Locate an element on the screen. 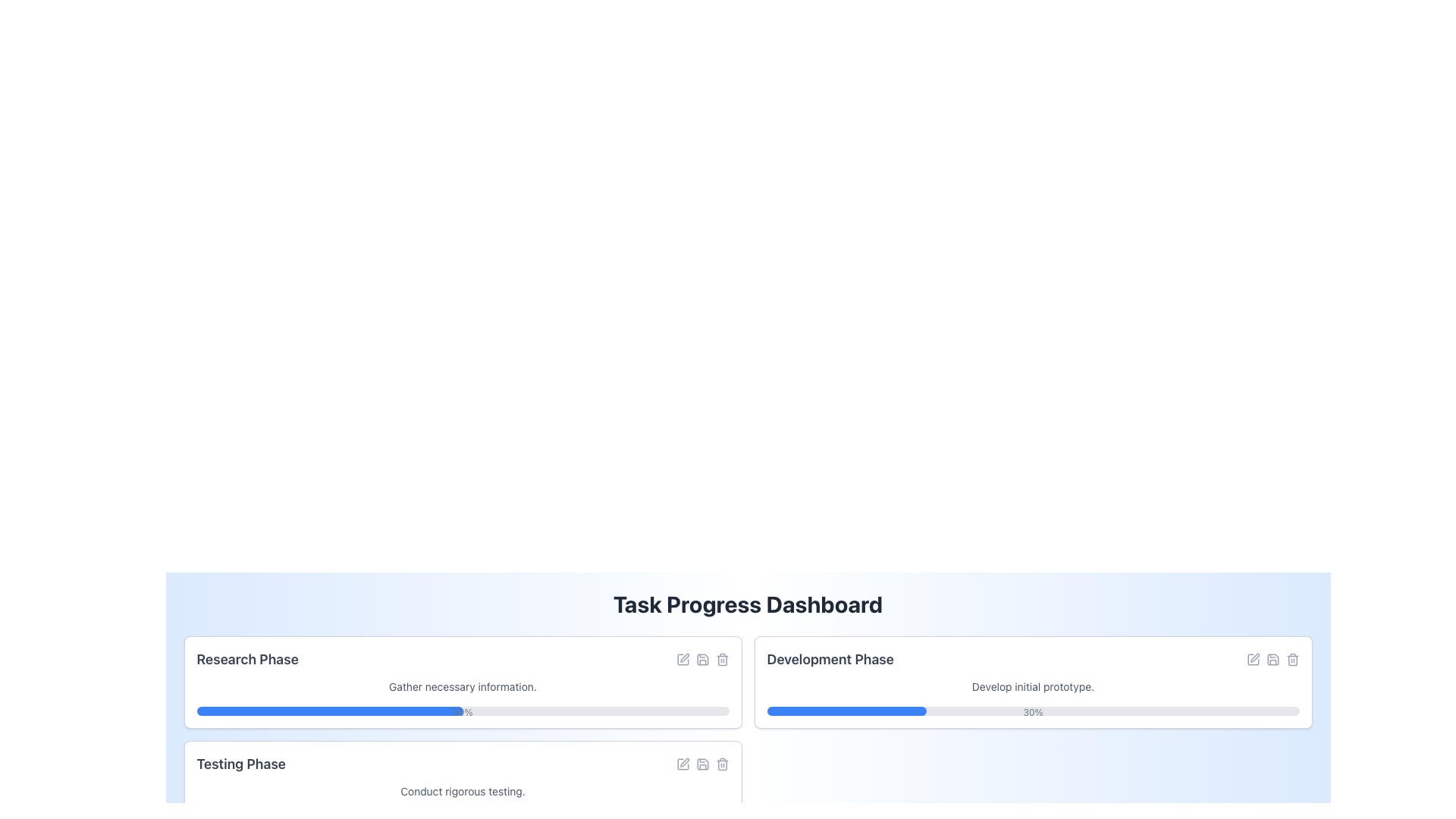  the Text Label displaying 'Testing Phase' styled in large bold gray font, positioned in the second row, first column of the layout is located at coordinates (240, 764).